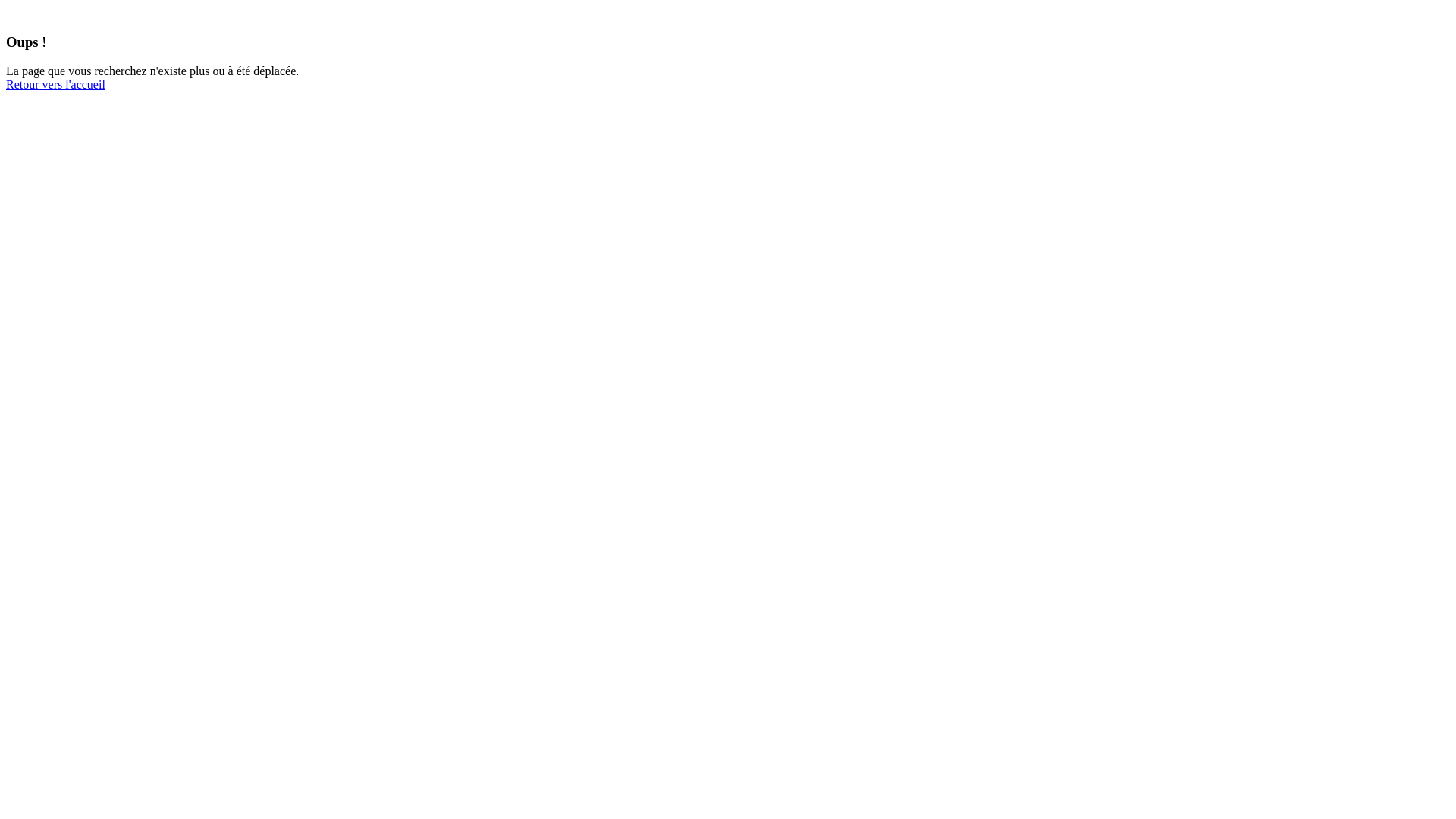 The height and width of the screenshot is (819, 1456). What do you see at coordinates (55, 84) in the screenshot?
I see `'Retour vers l'accueil'` at bounding box center [55, 84].